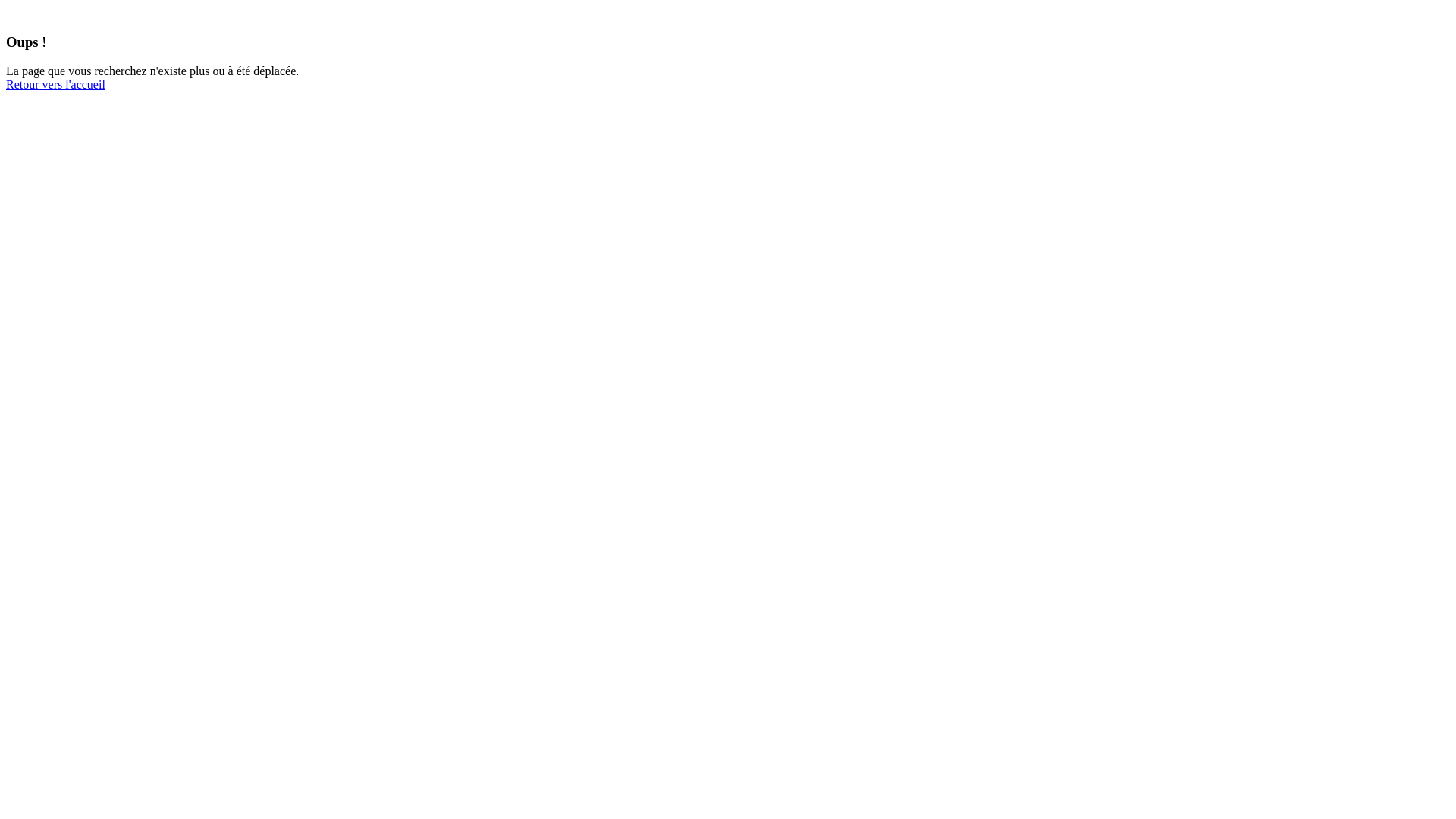 The height and width of the screenshot is (819, 1456). What do you see at coordinates (55, 84) in the screenshot?
I see `'Retour vers l'accueil'` at bounding box center [55, 84].